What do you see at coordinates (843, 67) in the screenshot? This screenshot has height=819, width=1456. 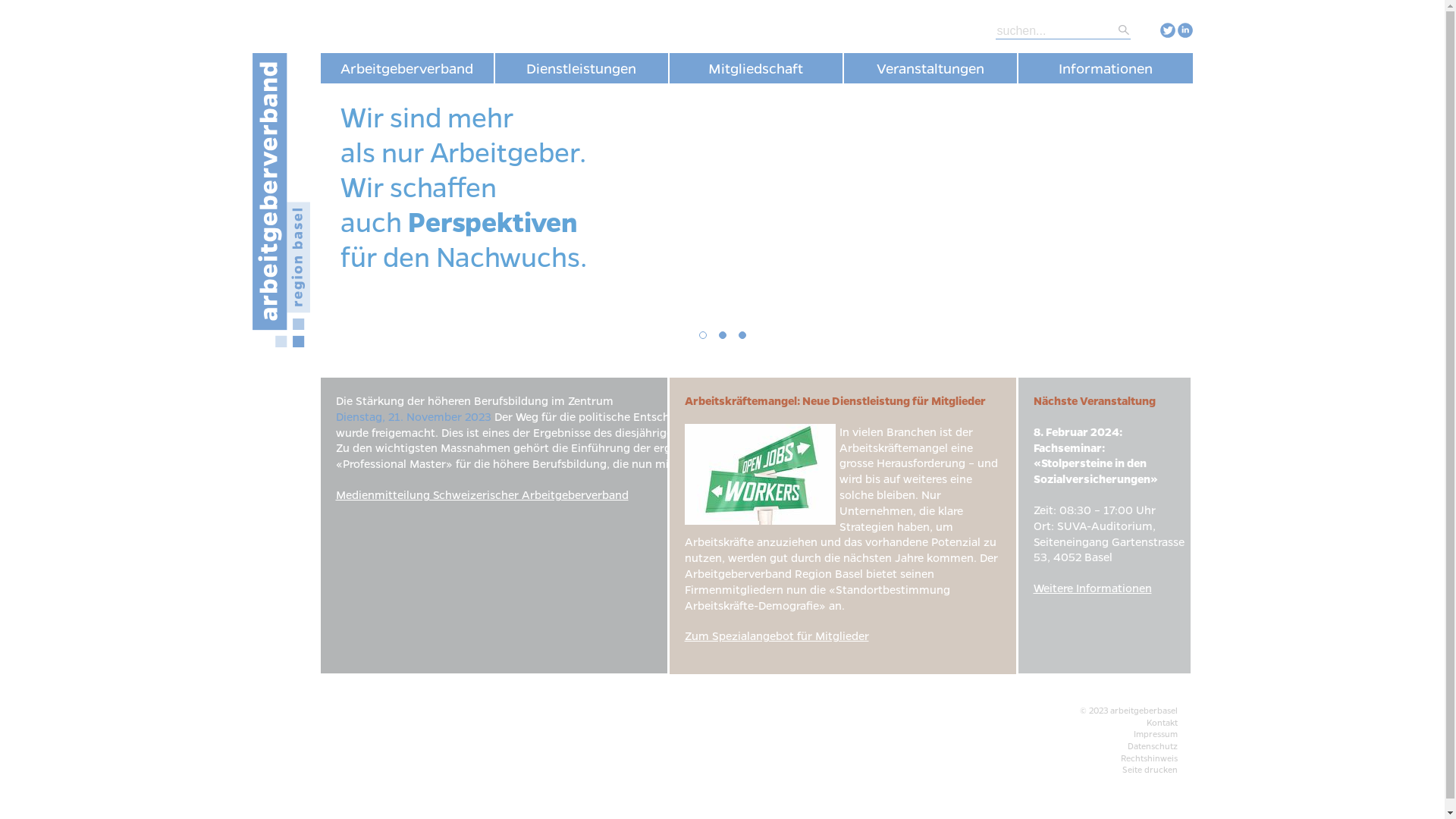 I see `'Veranstaltungen'` at bounding box center [843, 67].